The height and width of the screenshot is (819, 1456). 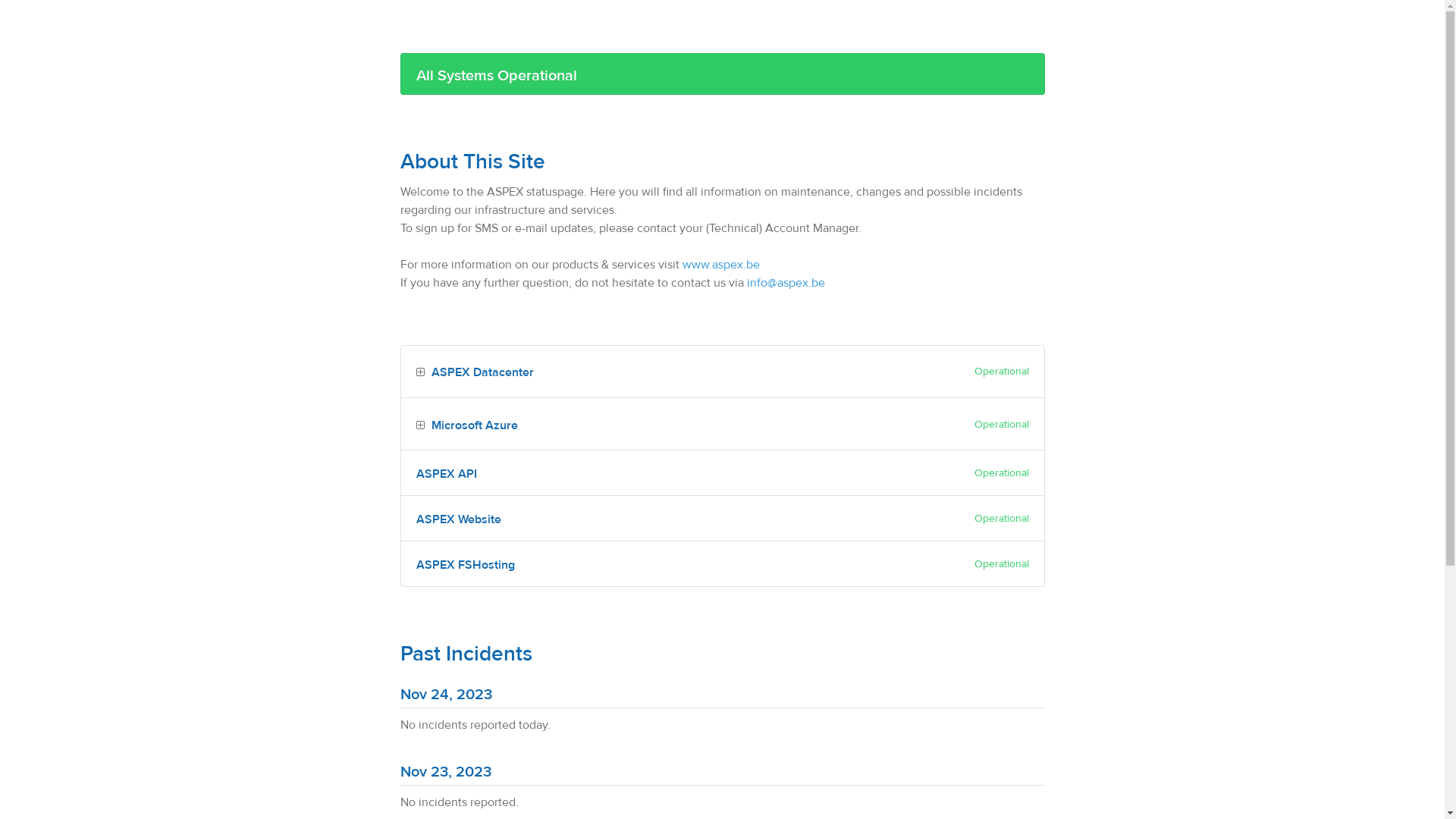 I want to click on 'info@aspex.be', so click(x=785, y=283).